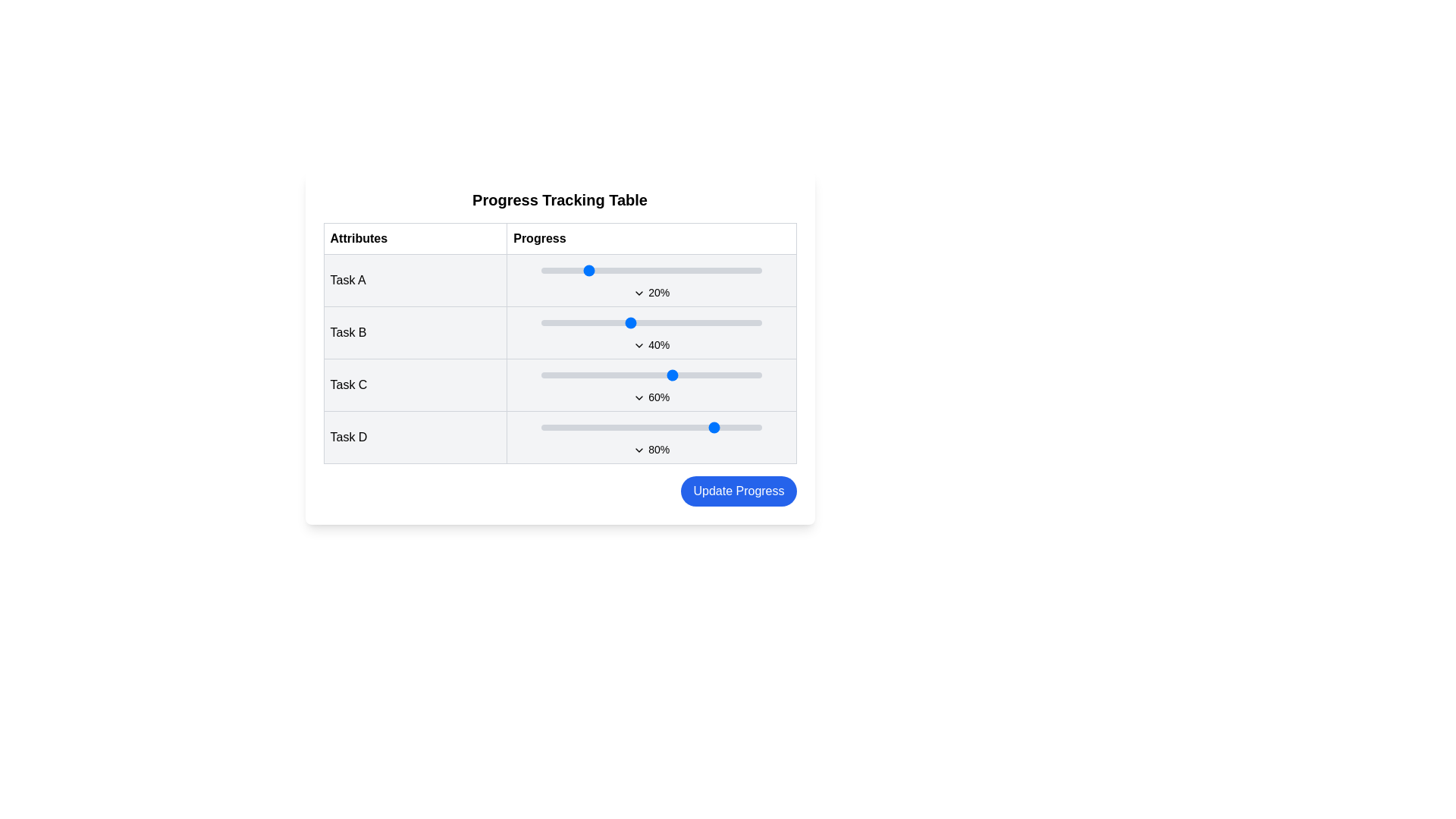  I want to click on the slider value, so click(582, 270).